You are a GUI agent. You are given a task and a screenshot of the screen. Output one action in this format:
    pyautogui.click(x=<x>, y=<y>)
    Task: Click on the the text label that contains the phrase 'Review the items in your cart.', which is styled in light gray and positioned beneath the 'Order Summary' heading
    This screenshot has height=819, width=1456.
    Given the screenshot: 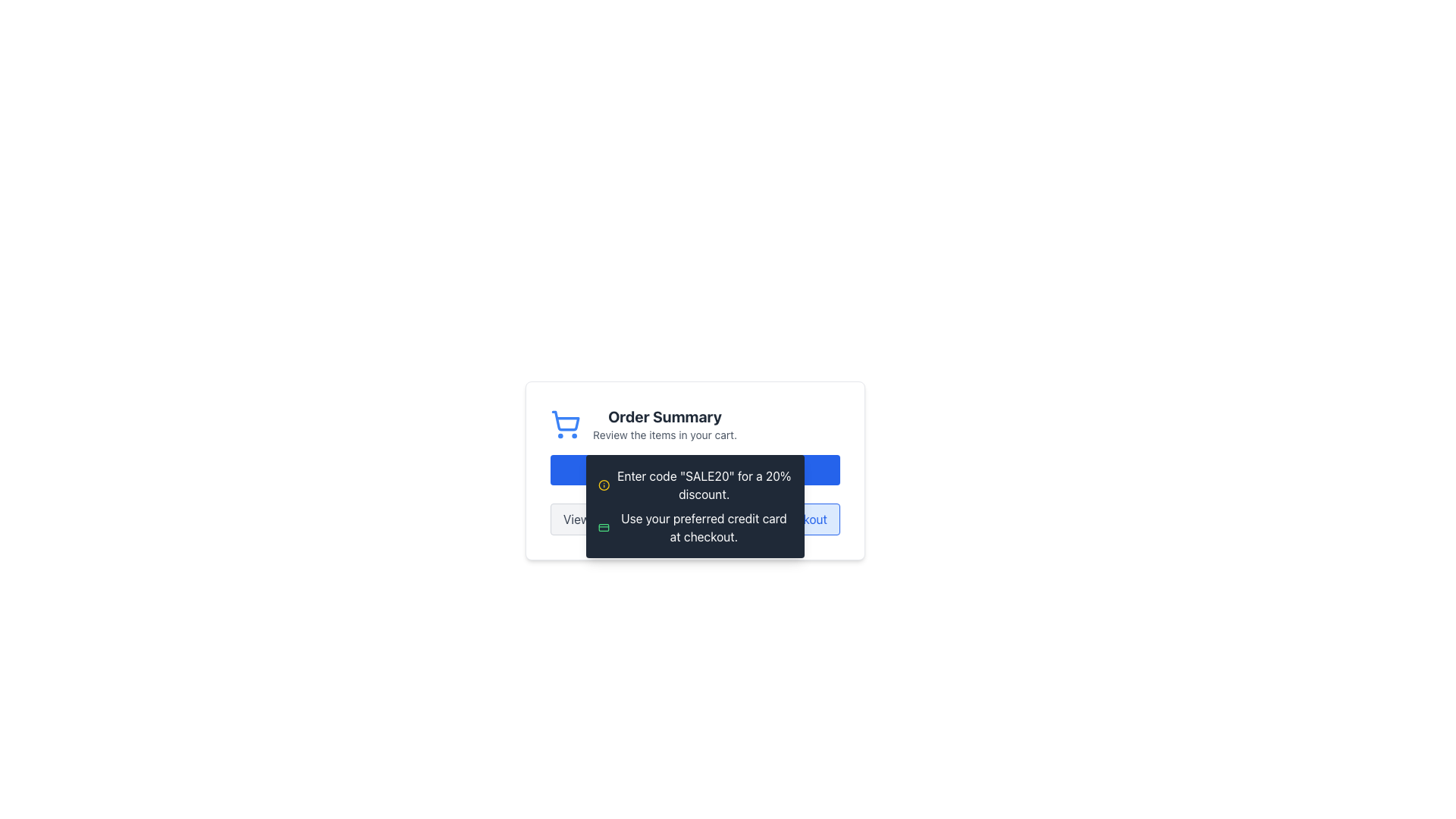 What is the action you would take?
    pyautogui.click(x=665, y=435)
    